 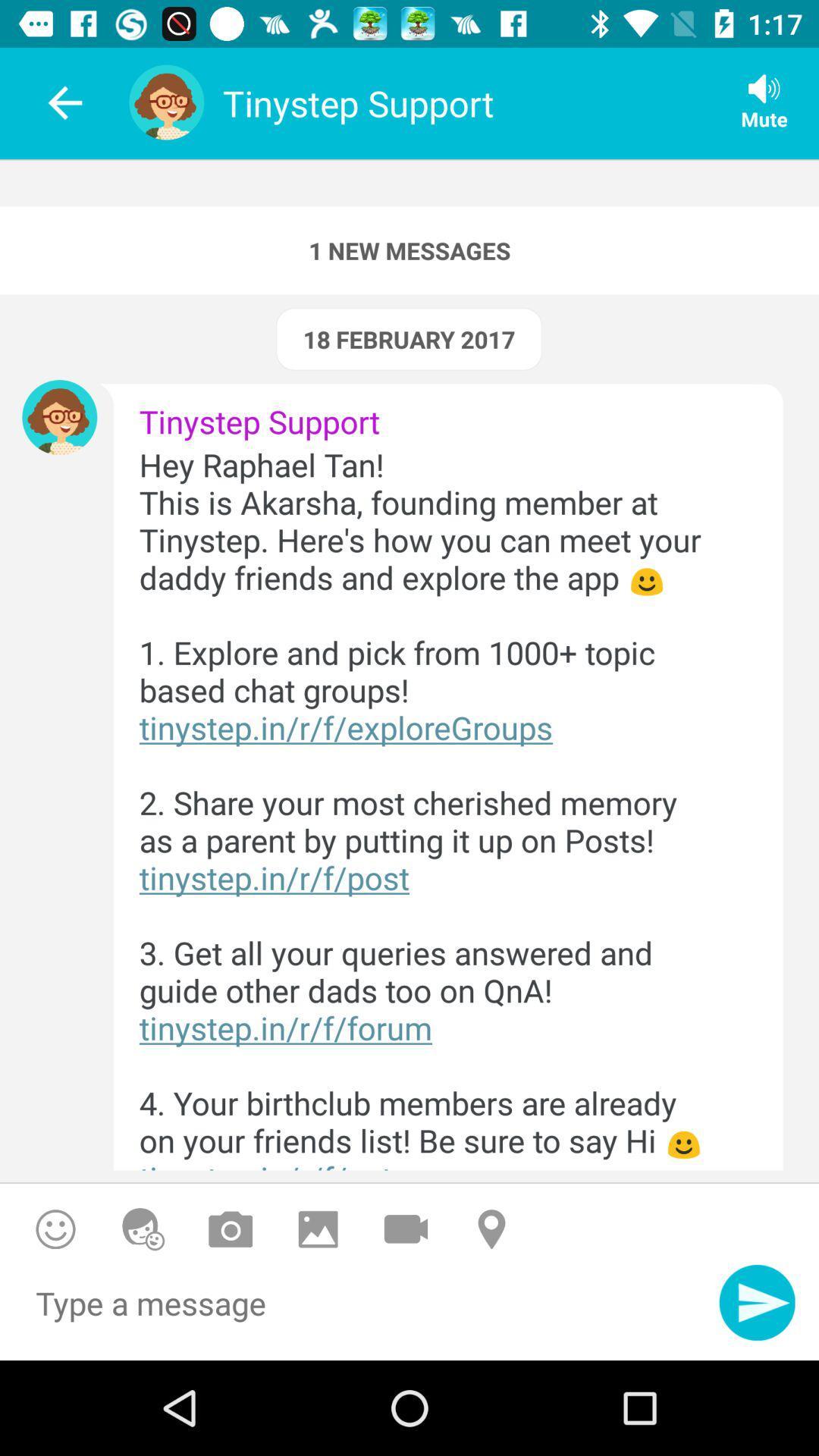 I want to click on record, so click(x=405, y=1229).